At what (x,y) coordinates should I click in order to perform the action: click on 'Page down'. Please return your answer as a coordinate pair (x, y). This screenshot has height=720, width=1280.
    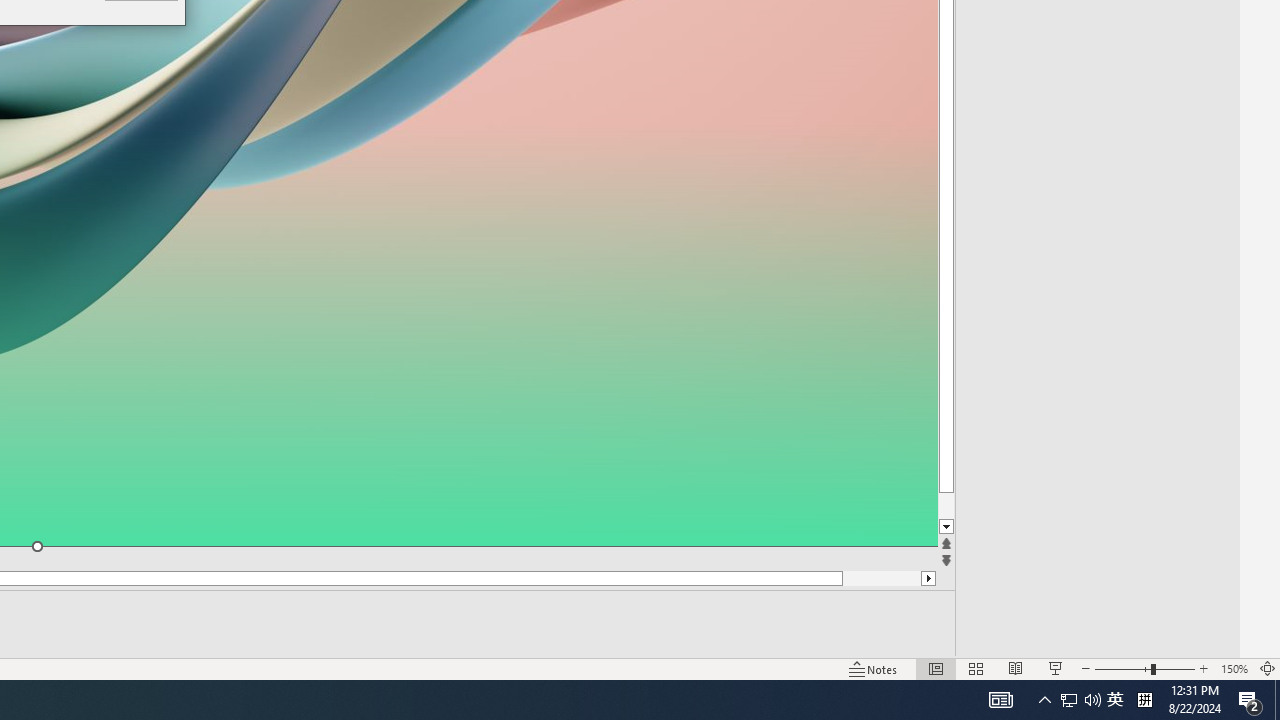
    Looking at the image, I should click on (983, 505).